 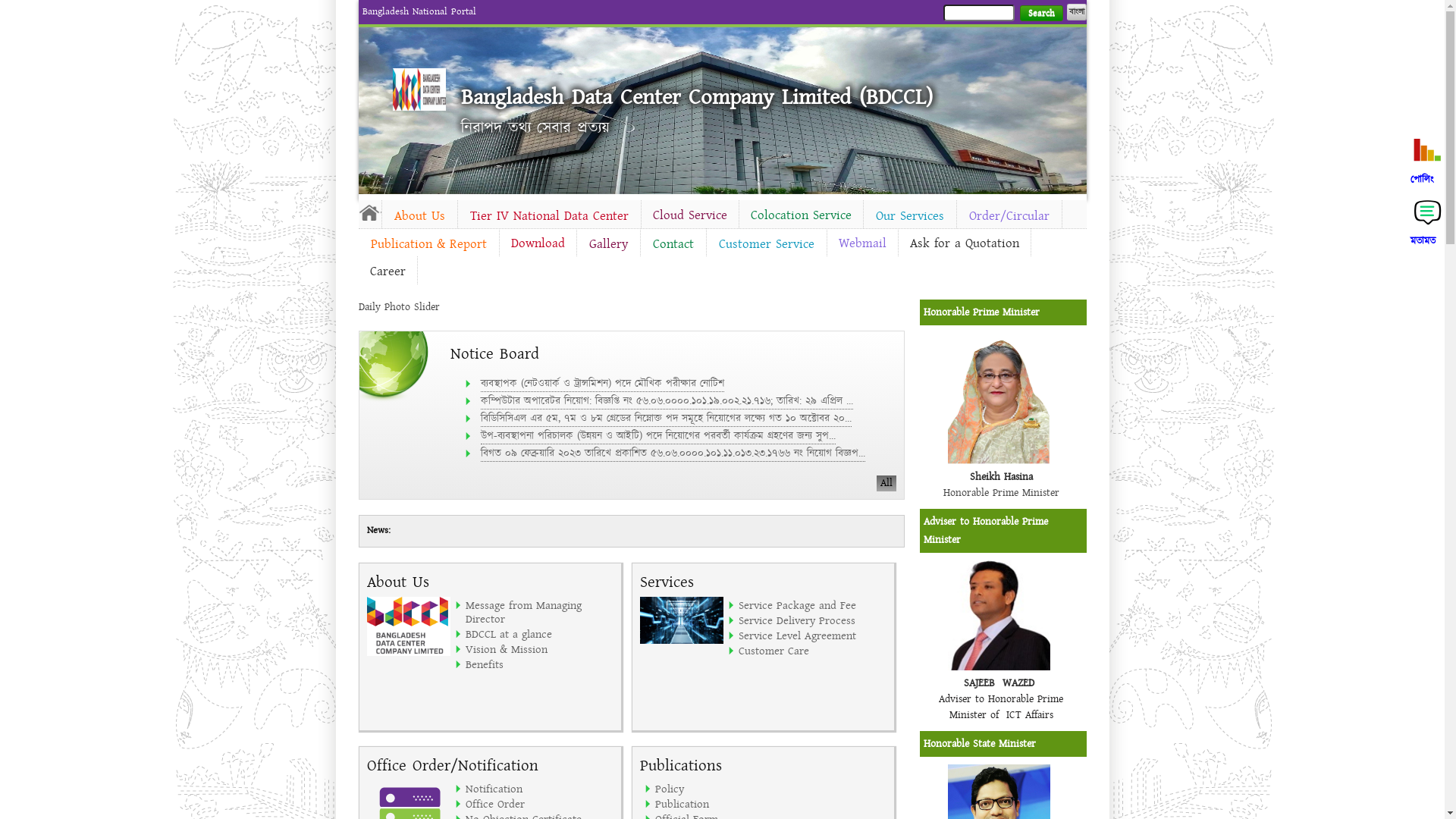 I want to click on 'Home', so click(x=369, y=212).